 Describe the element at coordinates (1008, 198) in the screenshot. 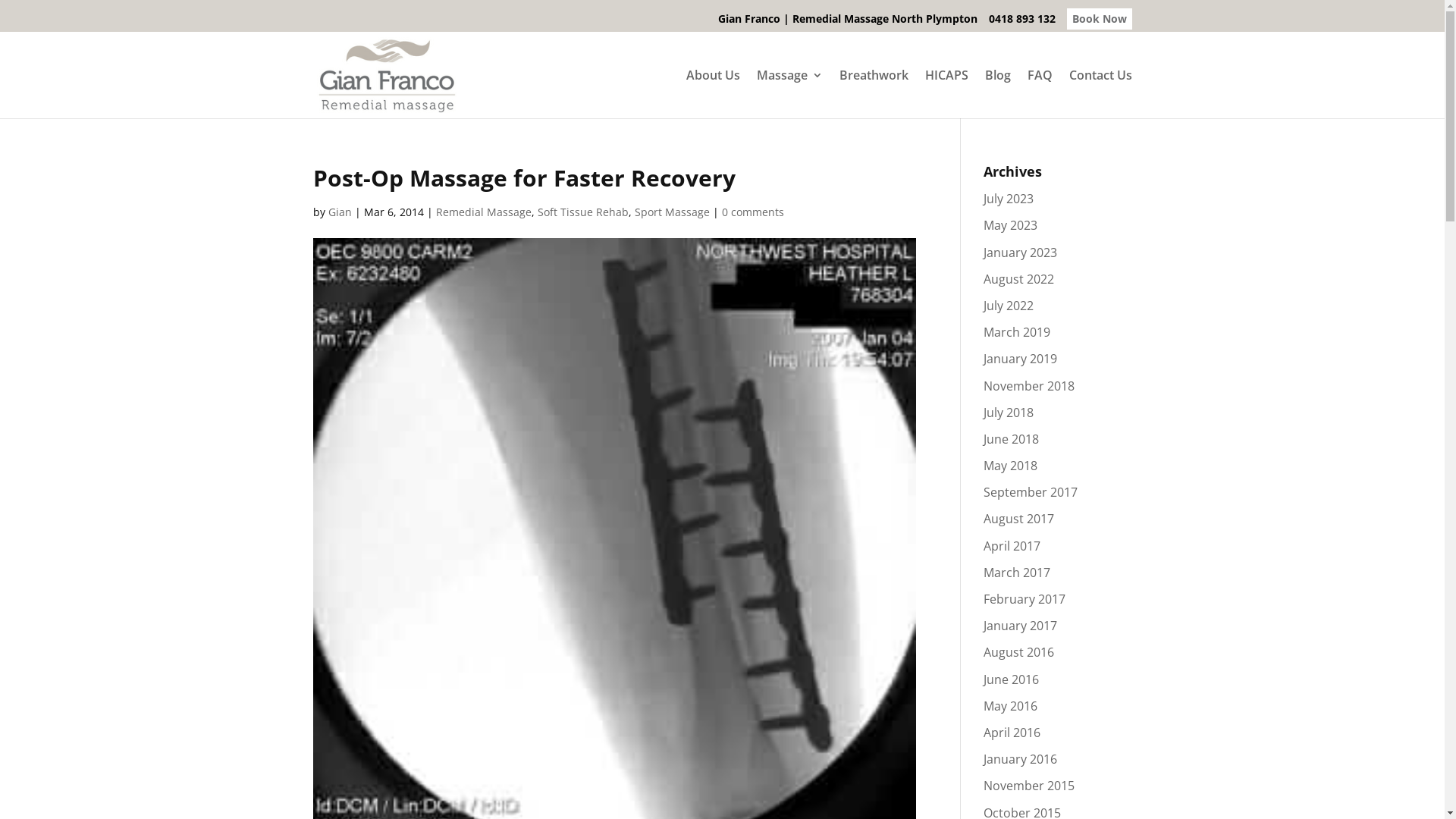

I see `'July 2023'` at that location.